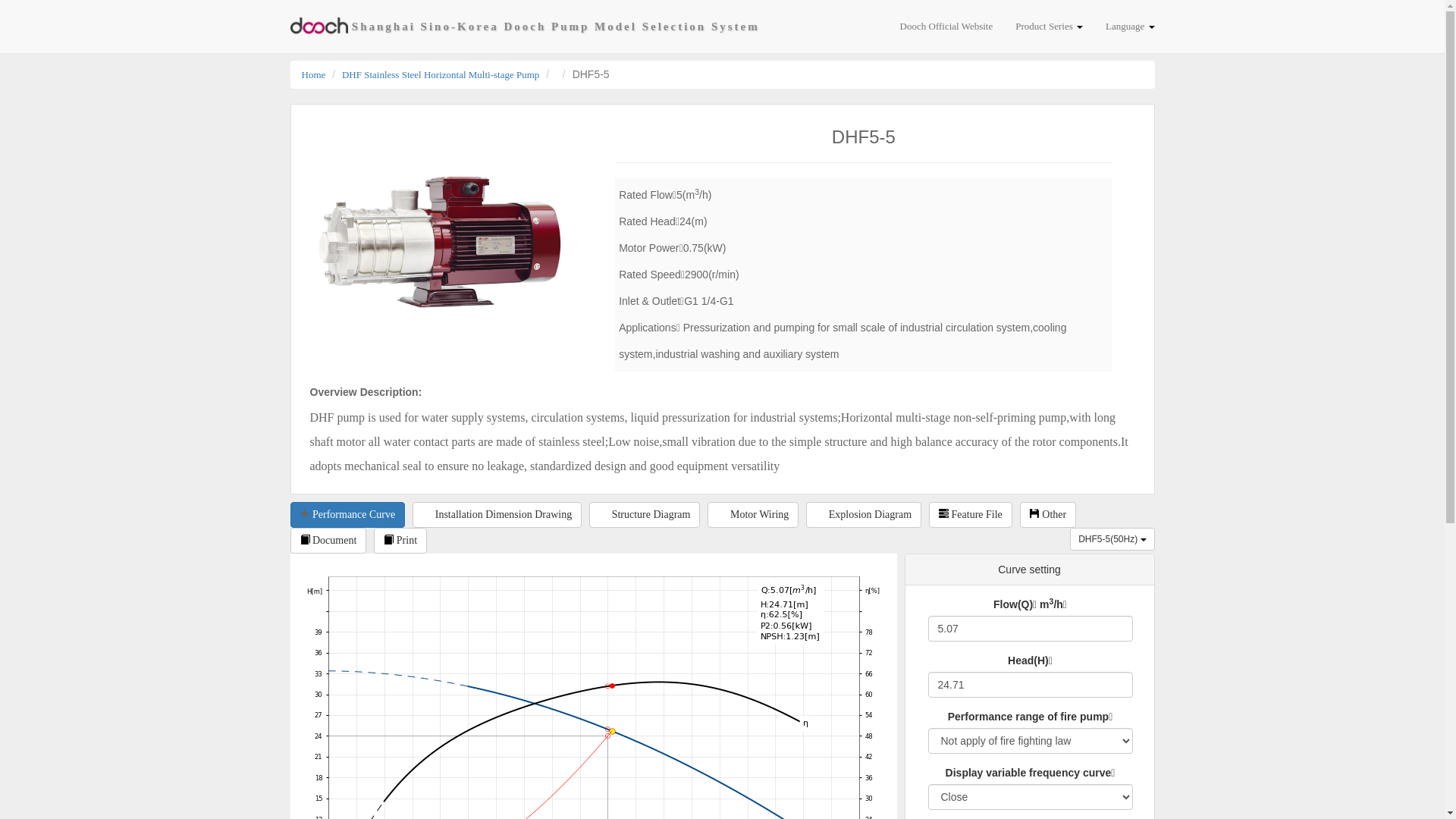  I want to click on 'Feature File', so click(971, 513).